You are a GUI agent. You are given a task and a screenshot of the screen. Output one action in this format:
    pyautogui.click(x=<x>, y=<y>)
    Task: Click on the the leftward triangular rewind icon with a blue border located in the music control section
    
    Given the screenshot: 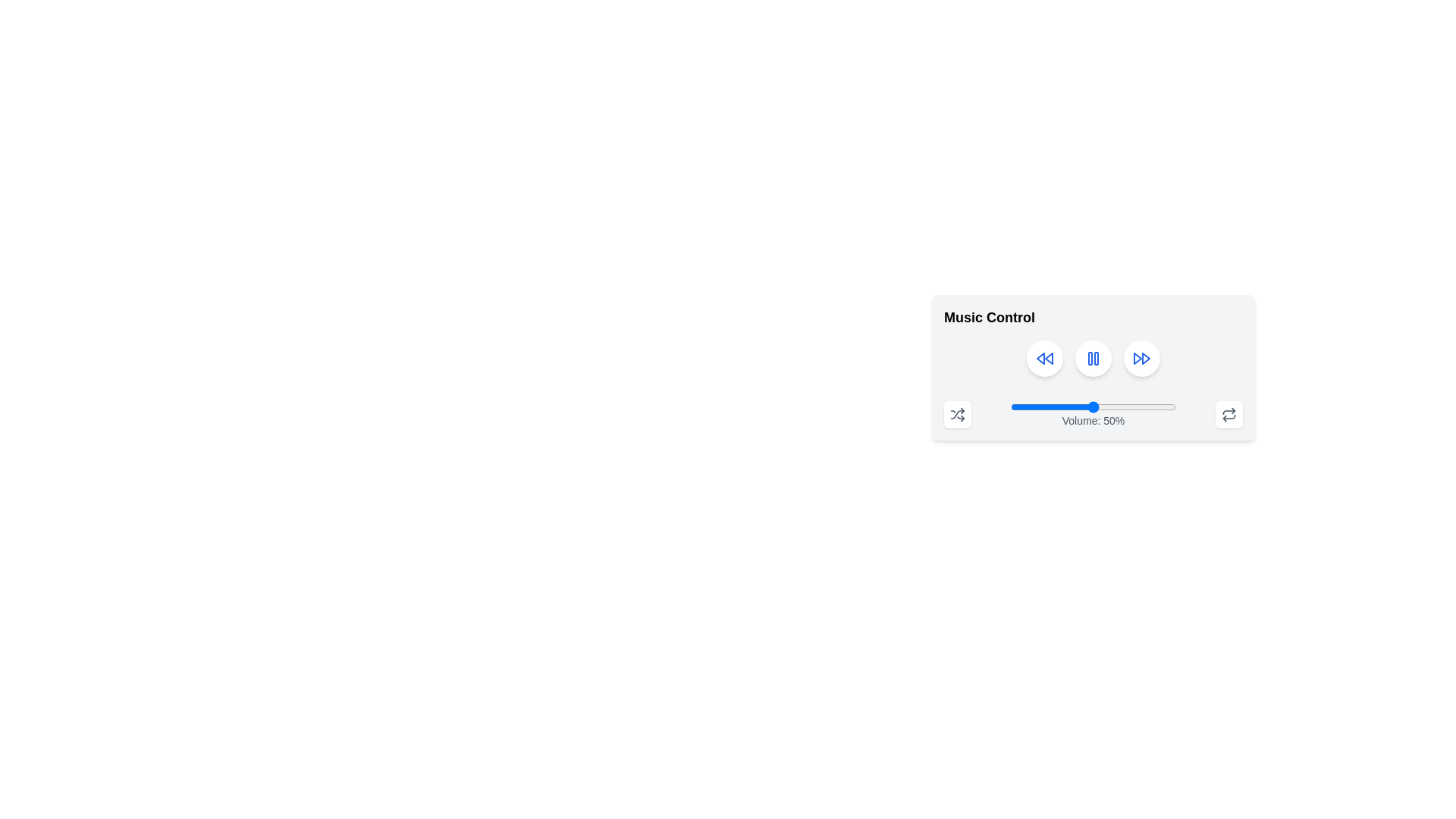 What is the action you would take?
    pyautogui.click(x=1040, y=359)
    